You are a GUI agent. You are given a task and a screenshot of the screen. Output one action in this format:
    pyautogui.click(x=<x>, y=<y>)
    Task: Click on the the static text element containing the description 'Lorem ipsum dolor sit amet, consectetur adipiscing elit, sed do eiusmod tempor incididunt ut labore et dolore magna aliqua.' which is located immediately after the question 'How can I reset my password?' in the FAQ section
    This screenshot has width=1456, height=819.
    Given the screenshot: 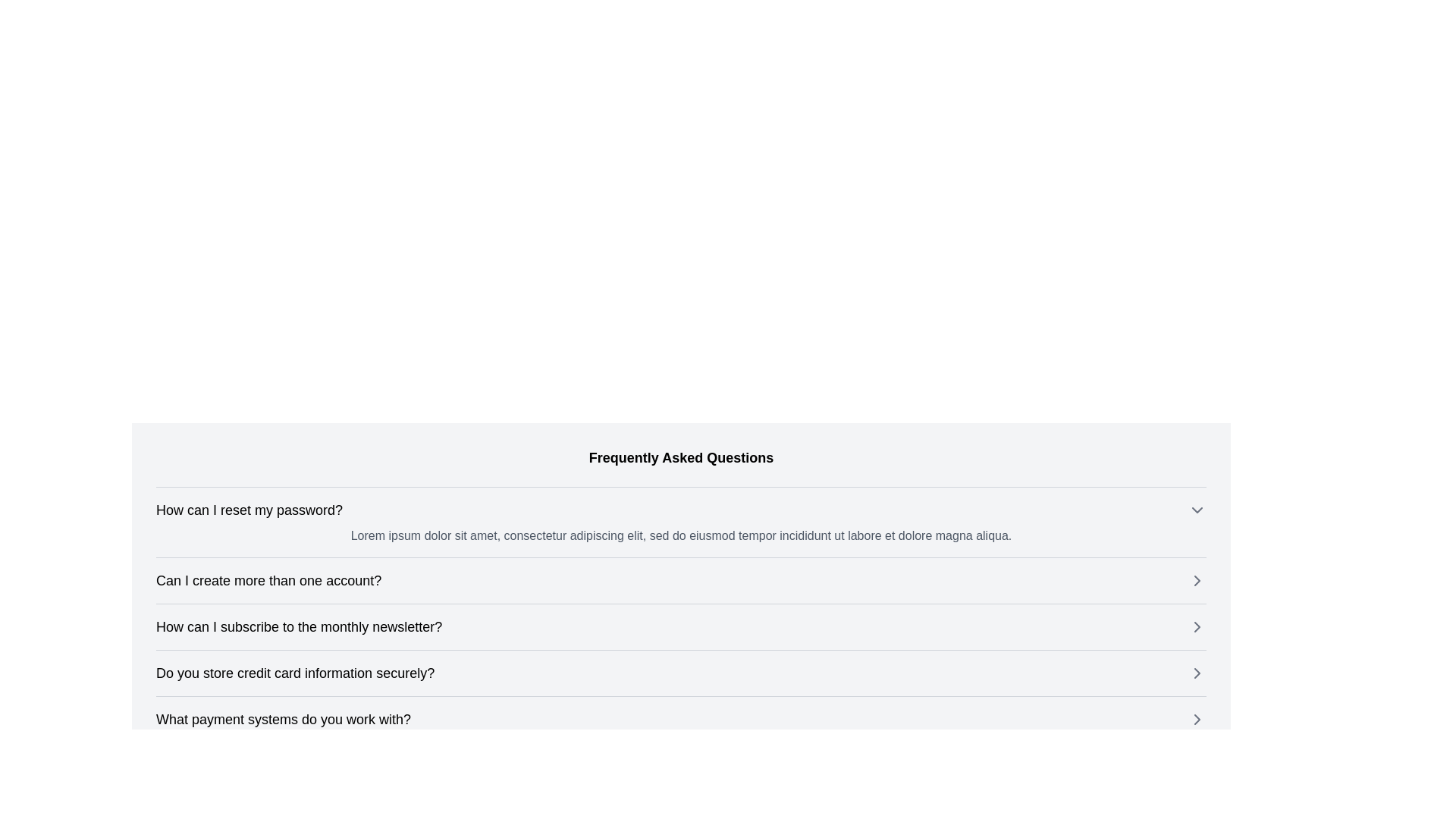 What is the action you would take?
    pyautogui.click(x=680, y=535)
    